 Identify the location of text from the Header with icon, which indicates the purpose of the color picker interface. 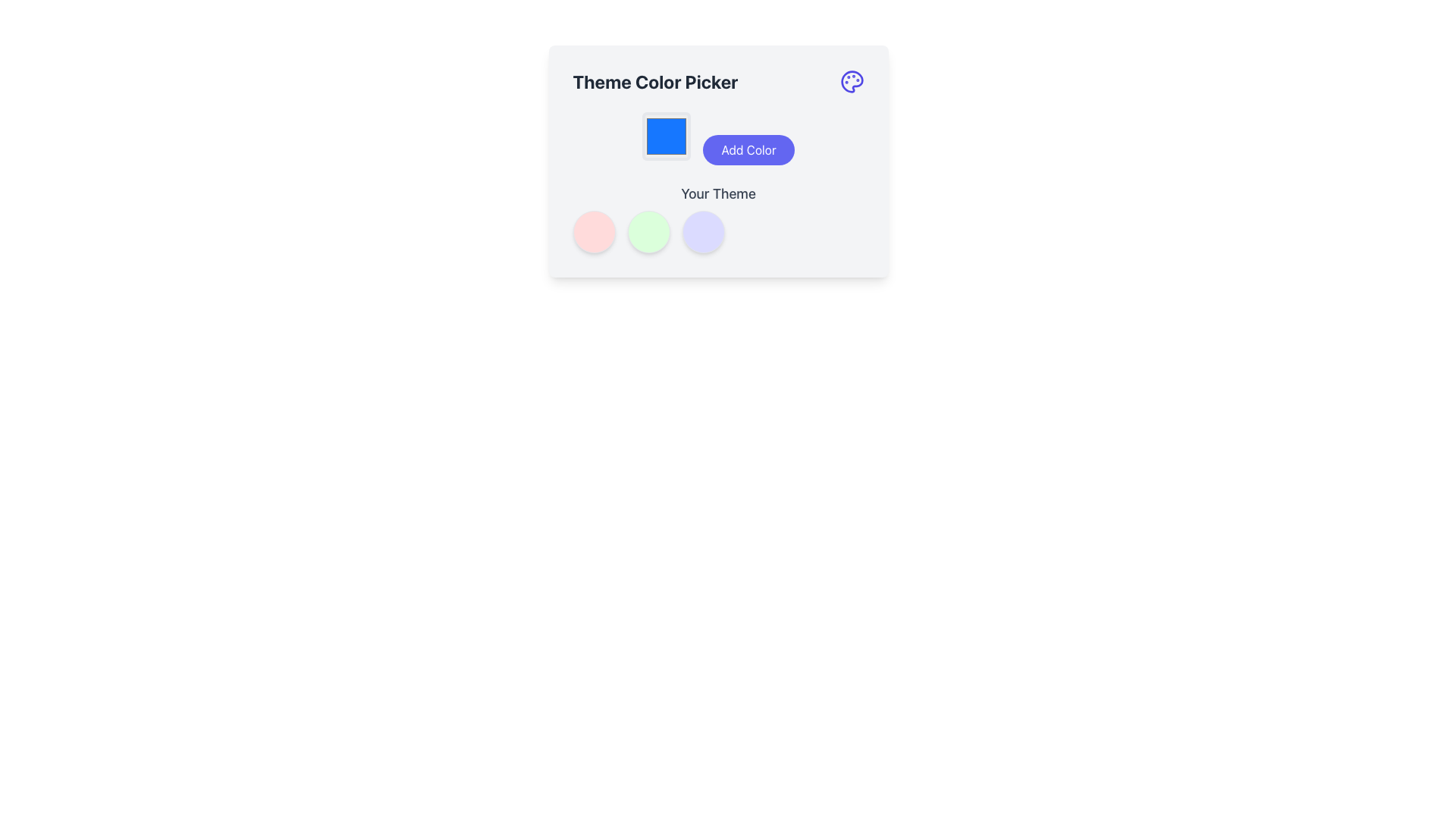
(717, 82).